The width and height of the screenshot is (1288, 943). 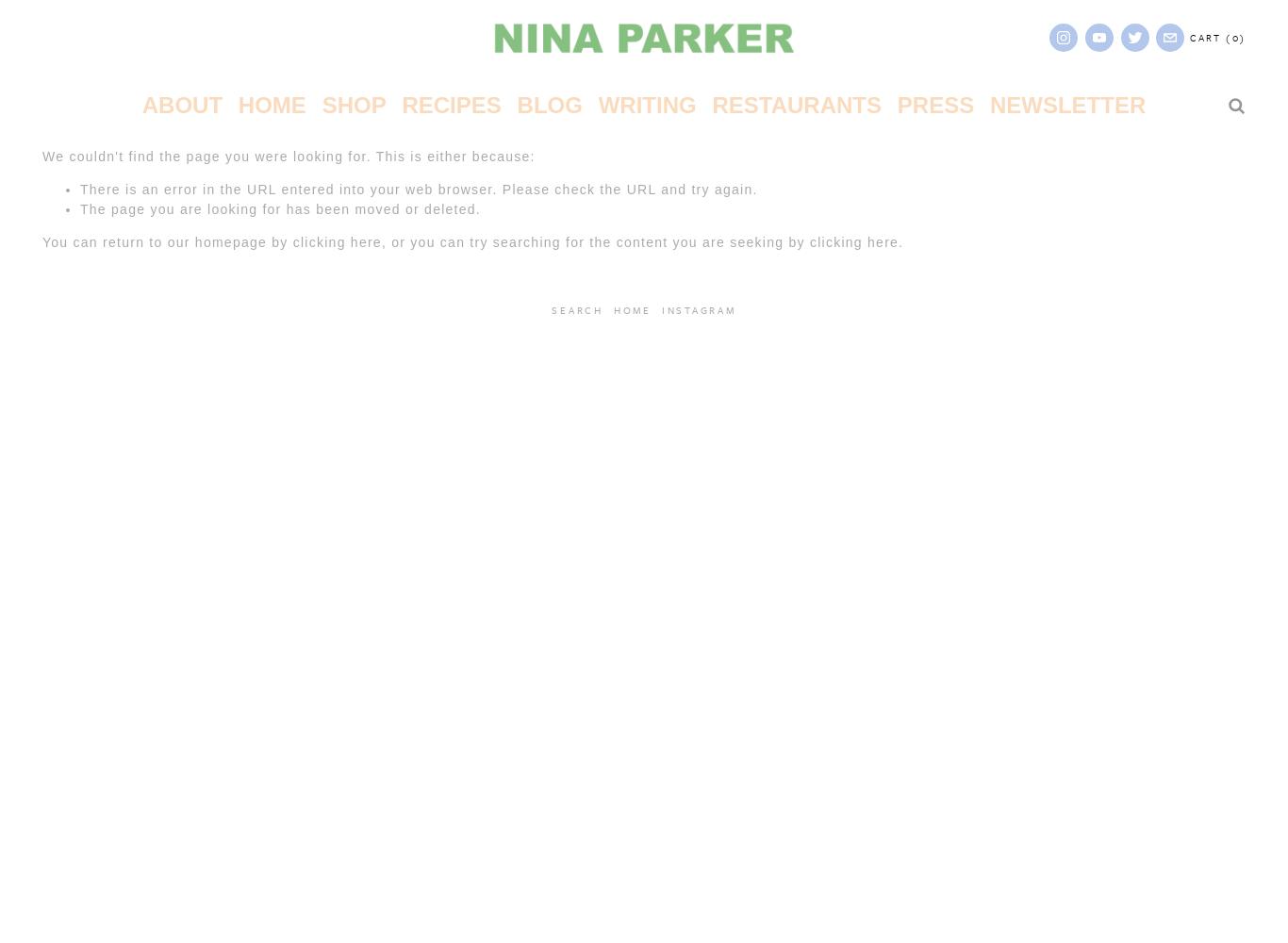 What do you see at coordinates (596, 104) in the screenshot?
I see `'WRITING'` at bounding box center [596, 104].